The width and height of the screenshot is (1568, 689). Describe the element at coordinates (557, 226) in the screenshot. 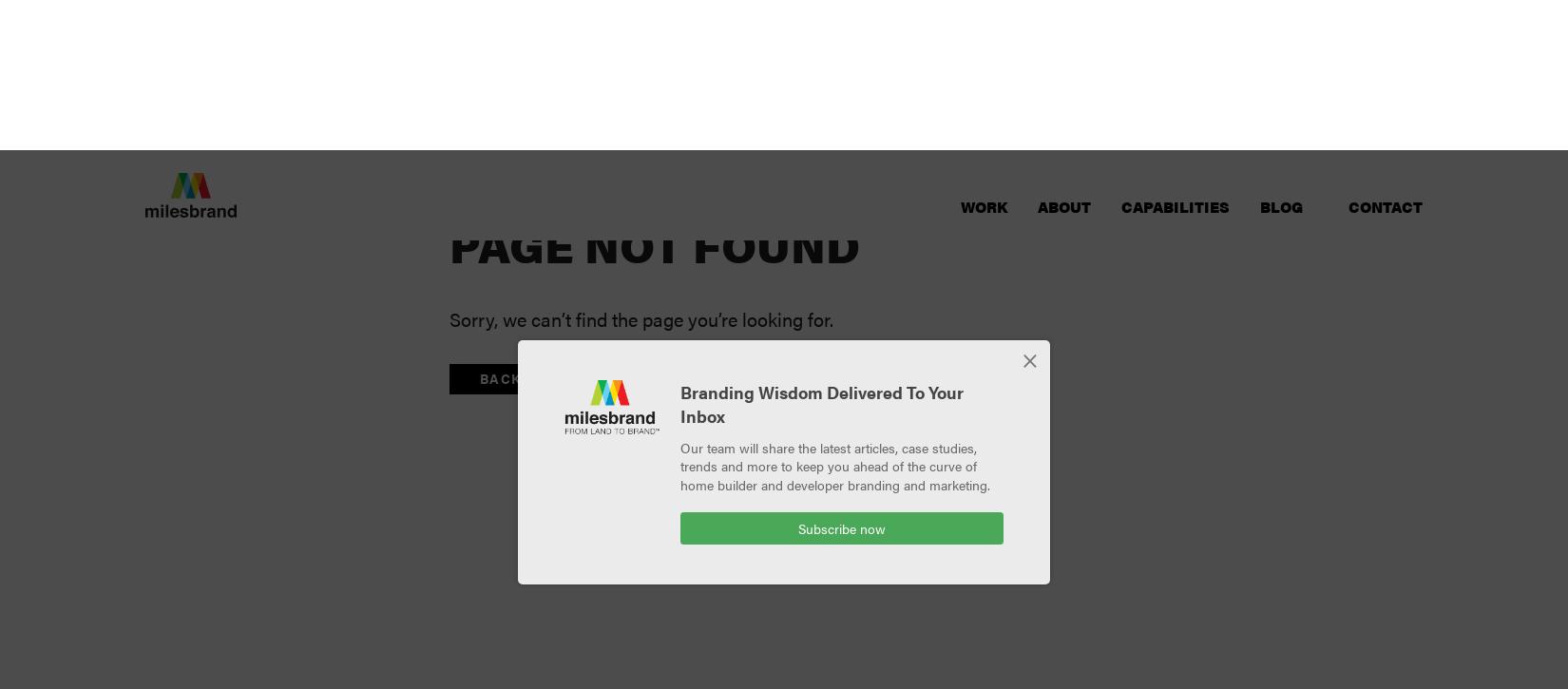

I see `'Back to Homepage'` at that location.